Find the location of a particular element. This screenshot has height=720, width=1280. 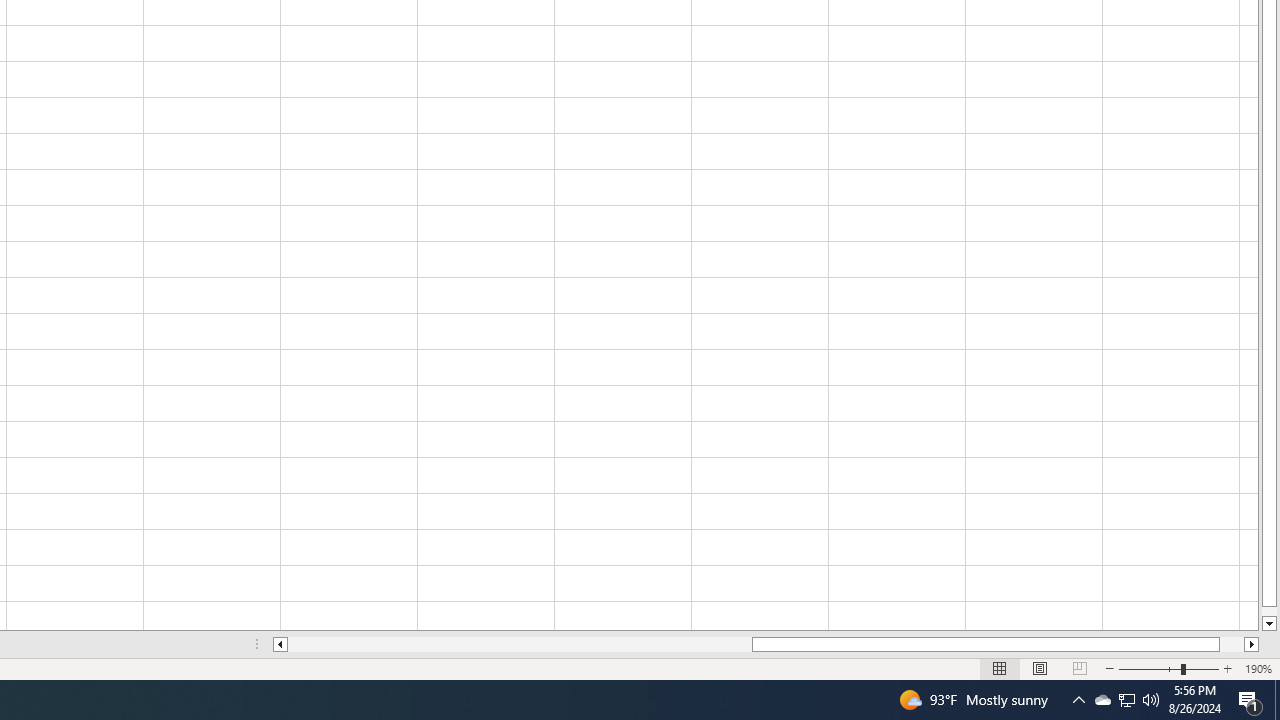

'Line down' is located at coordinates (1268, 623).